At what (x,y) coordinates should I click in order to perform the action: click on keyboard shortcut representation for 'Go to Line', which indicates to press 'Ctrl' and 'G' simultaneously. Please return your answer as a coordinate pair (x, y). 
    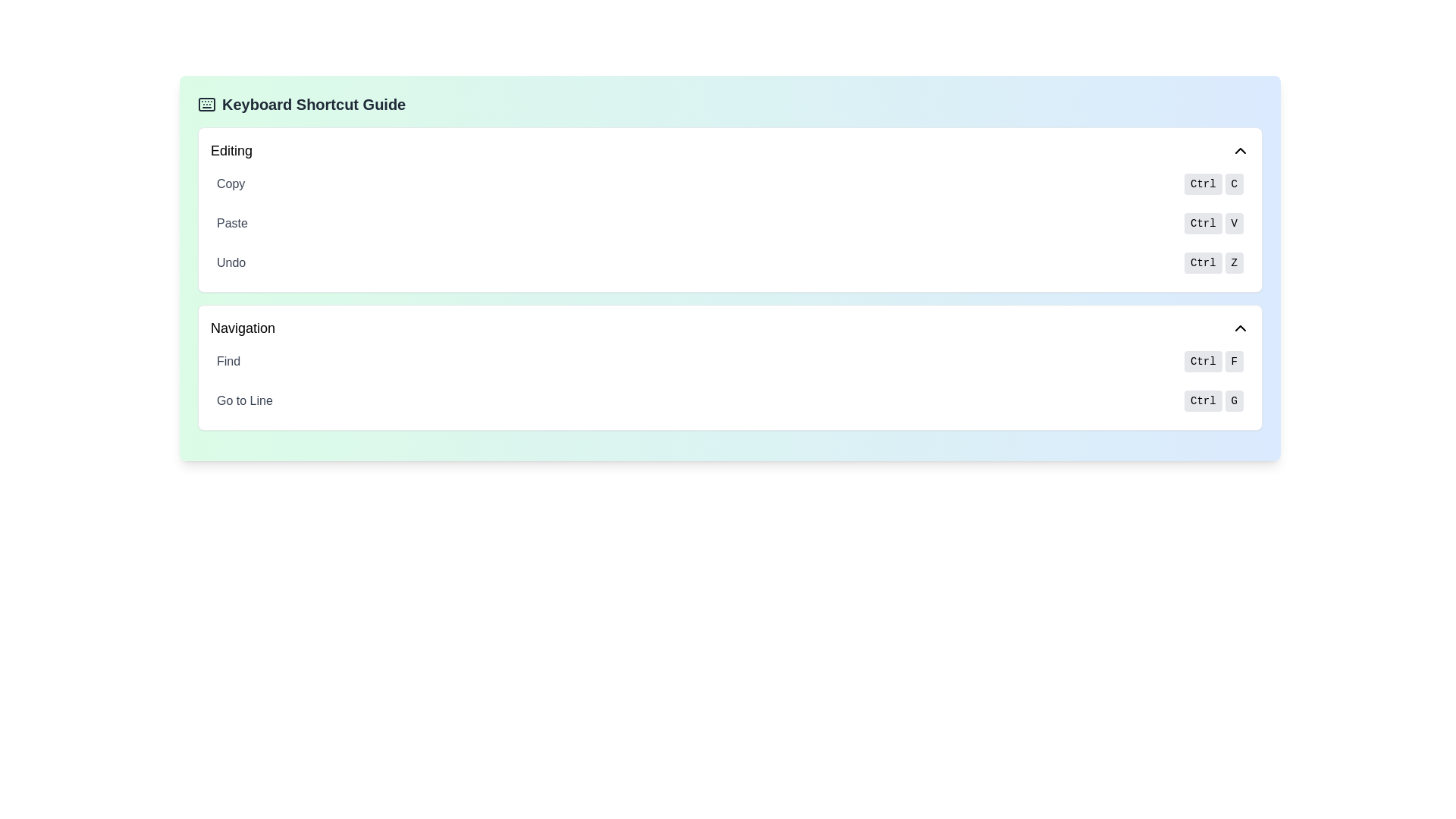
    Looking at the image, I should click on (1213, 400).